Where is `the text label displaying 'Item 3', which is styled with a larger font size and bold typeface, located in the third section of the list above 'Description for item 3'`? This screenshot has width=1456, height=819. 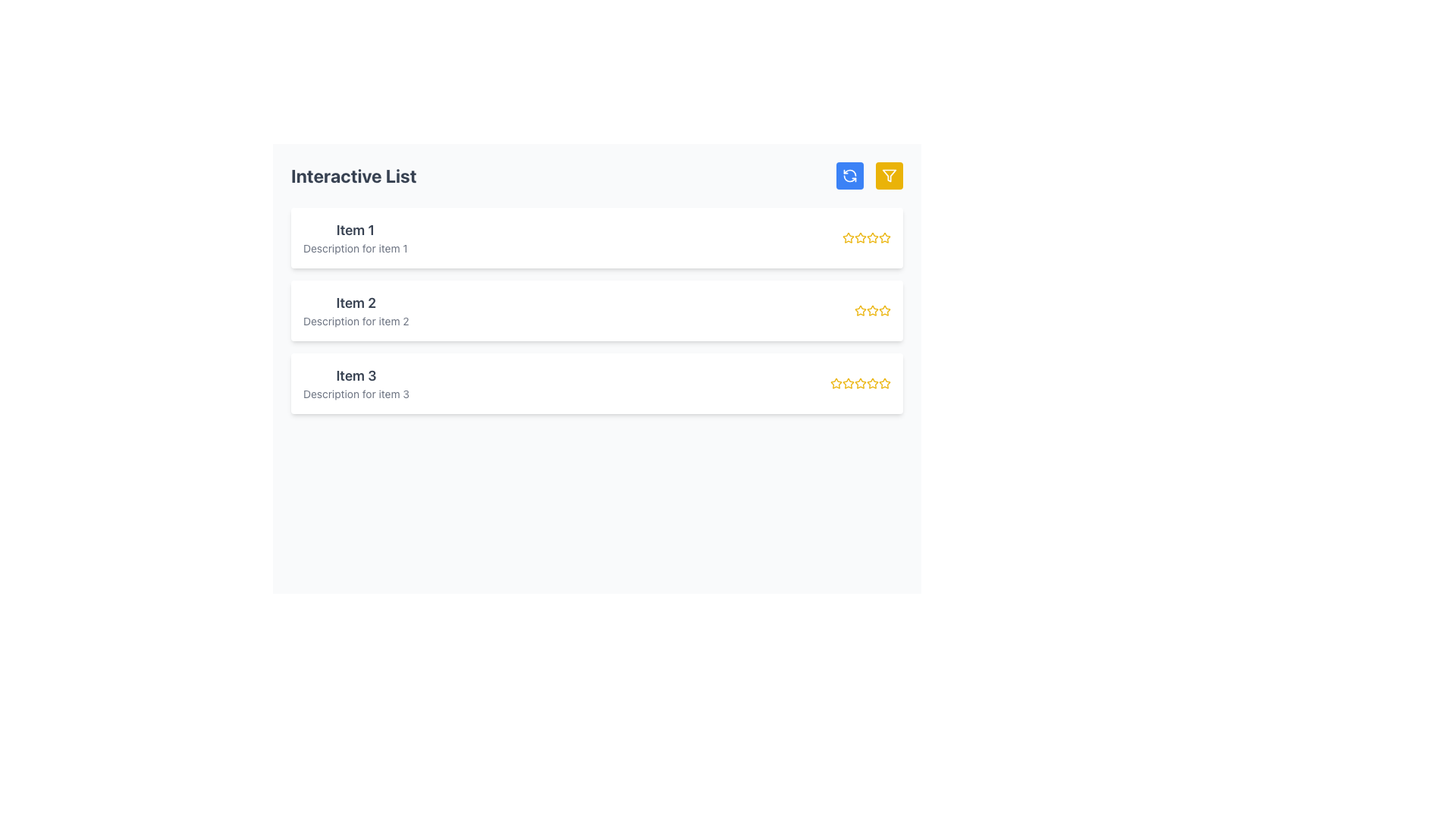
the text label displaying 'Item 3', which is styled with a larger font size and bold typeface, located in the third section of the list above 'Description for item 3' is located at coordinates (356, 375).